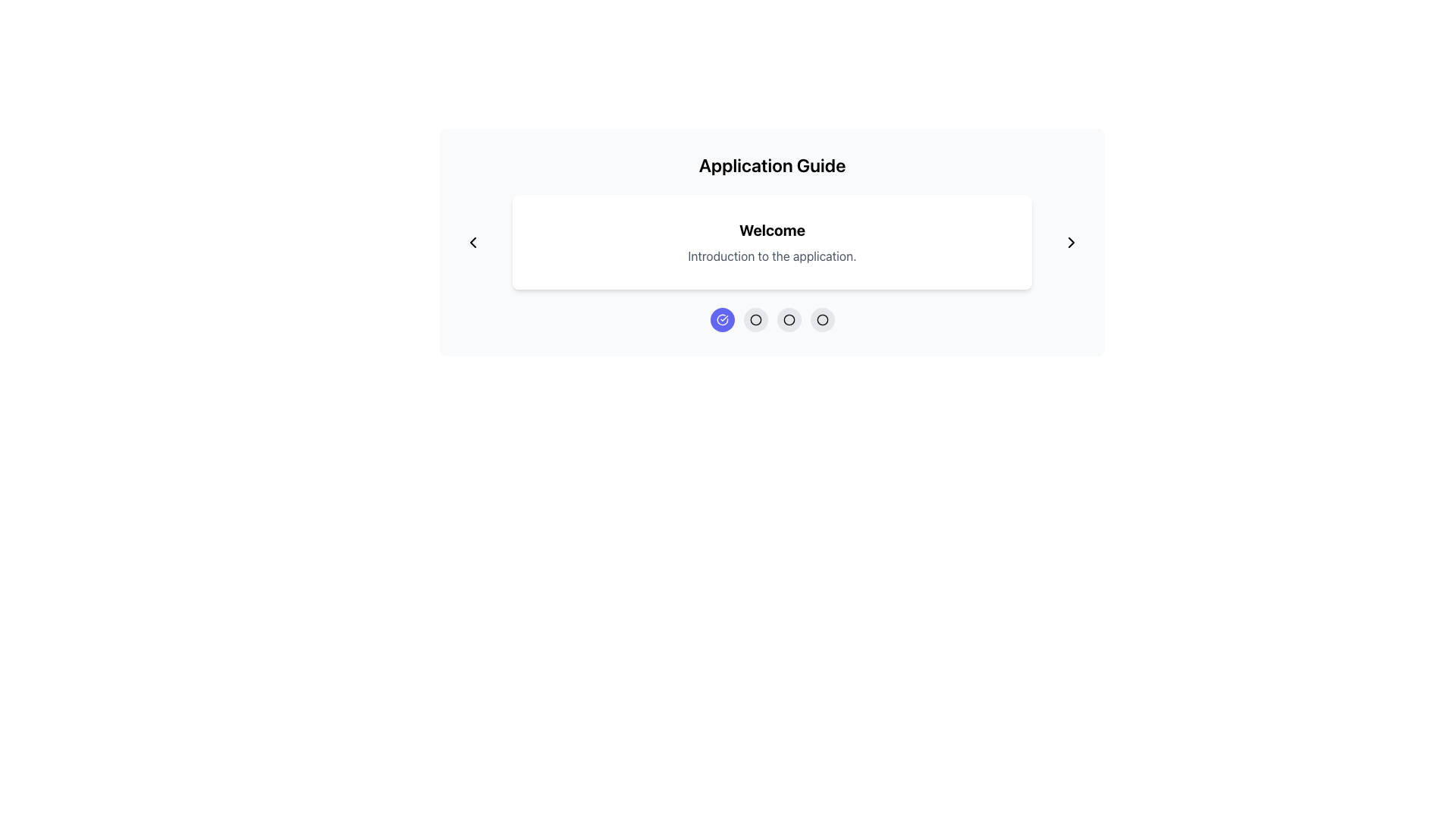  Describe the element at coordinates (789, 318) in the screenshot. I see `the Circle icon, which is the third icon from the left in the horizontal row of circle icons located below the main content section` at that location.